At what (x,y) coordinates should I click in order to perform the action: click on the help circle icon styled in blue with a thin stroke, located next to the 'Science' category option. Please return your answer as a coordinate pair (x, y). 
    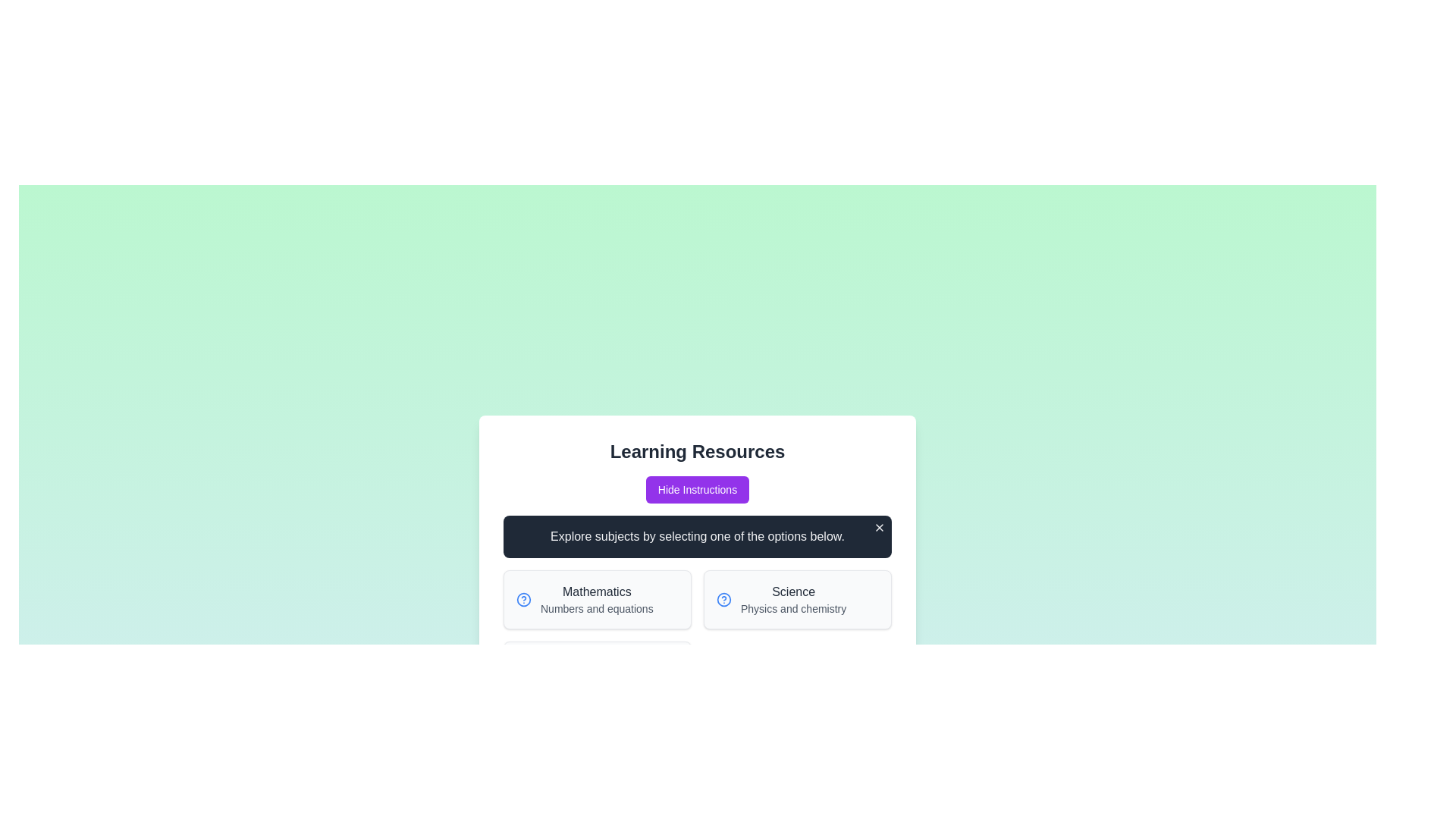
    Looking at the image, I should click on (723, 598).